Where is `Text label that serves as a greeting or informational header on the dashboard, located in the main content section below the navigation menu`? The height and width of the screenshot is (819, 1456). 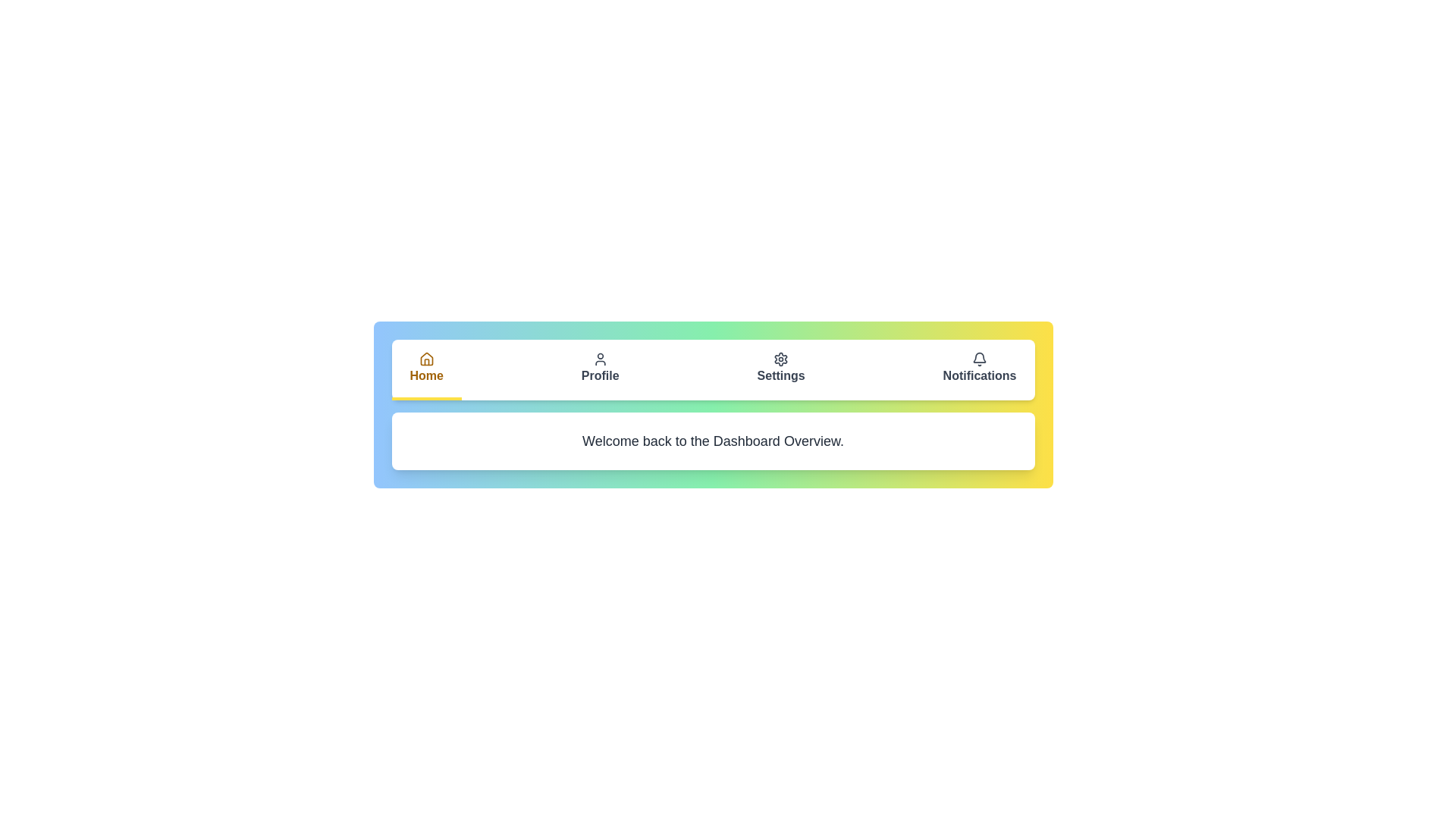 Text label that serves as a greeting or informational header on the dashboard, located in the main content section below the navigation menu is located at coordinates (712, 441).